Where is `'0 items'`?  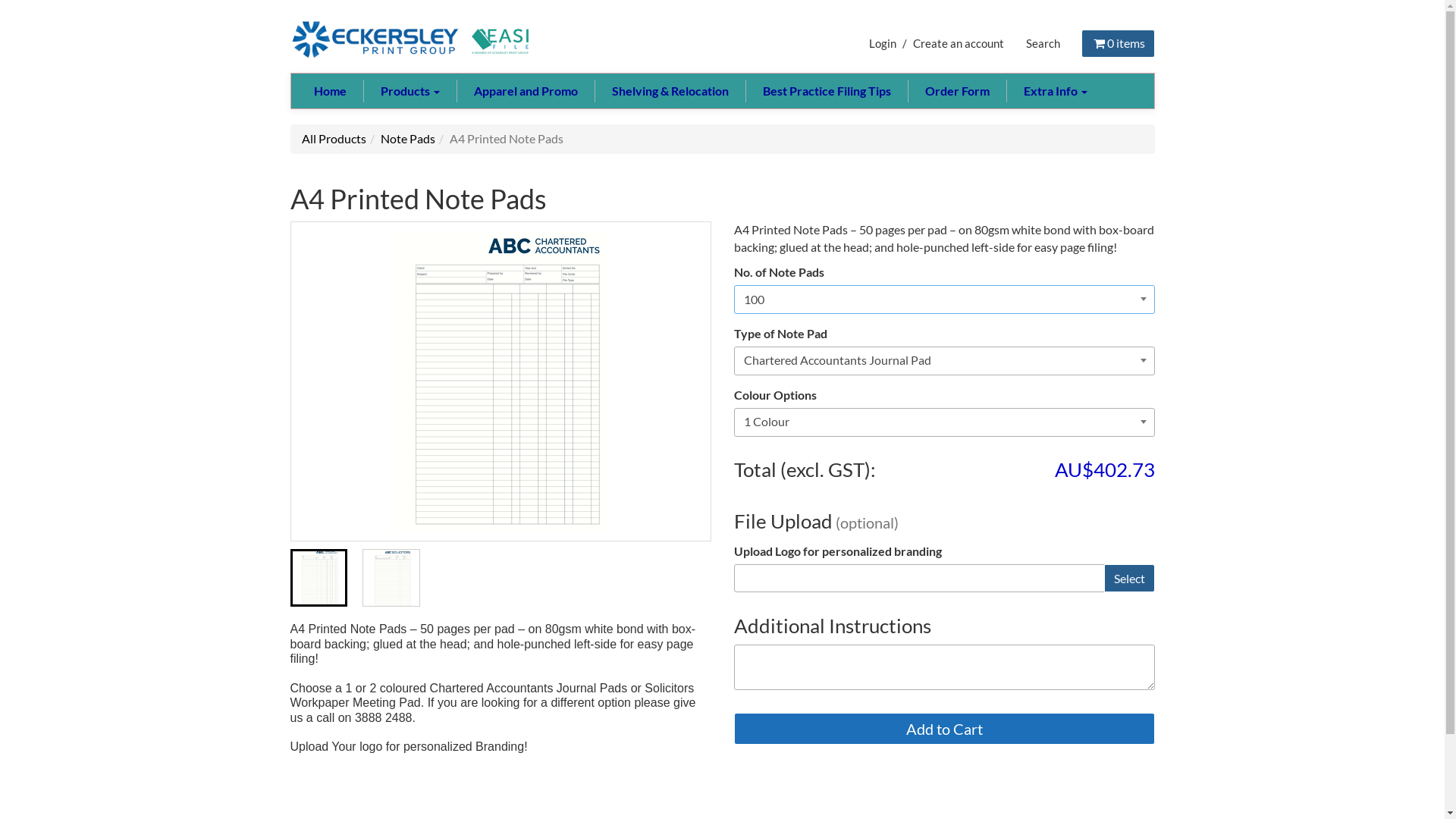 '0 items' is located at coordinates (1118, 42).